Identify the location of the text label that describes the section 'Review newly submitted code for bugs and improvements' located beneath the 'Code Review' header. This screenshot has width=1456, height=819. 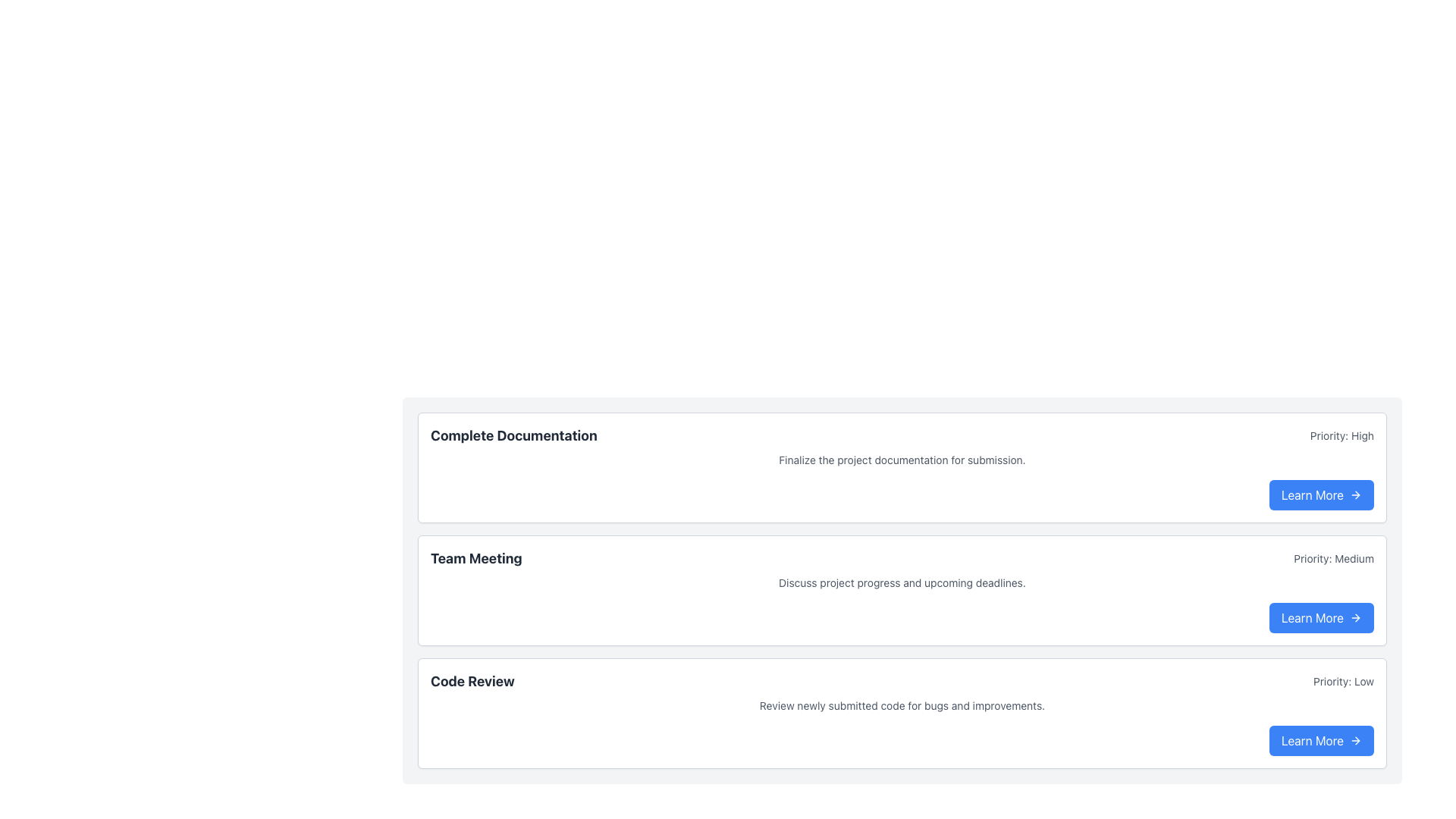
(902, 705).